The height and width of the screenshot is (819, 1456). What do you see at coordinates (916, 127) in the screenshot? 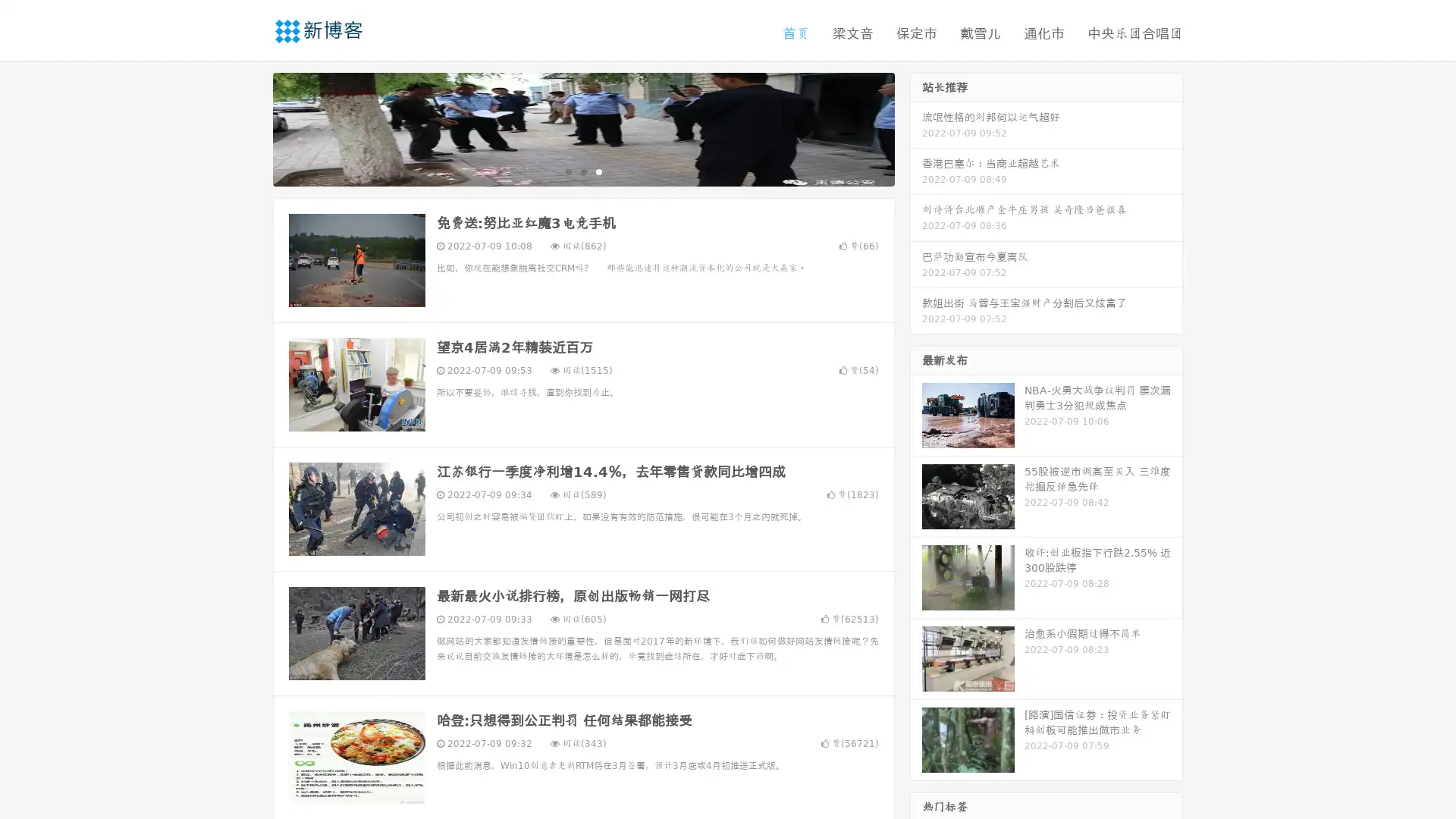
I see `Next slide` at bounding box center [916, 127].